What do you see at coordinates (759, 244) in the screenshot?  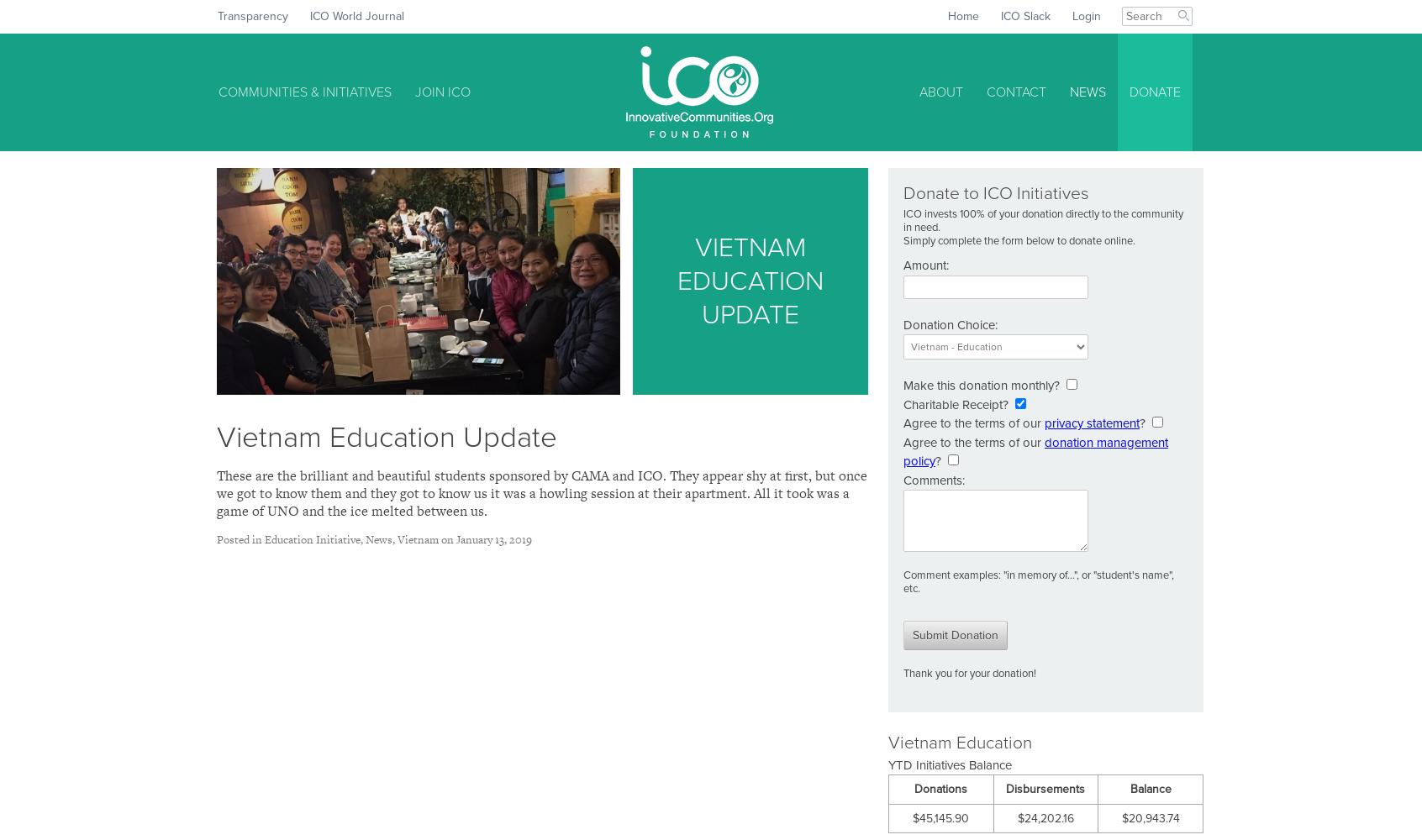 I see `'Nepal Health'` at bounding box center [759, 244].